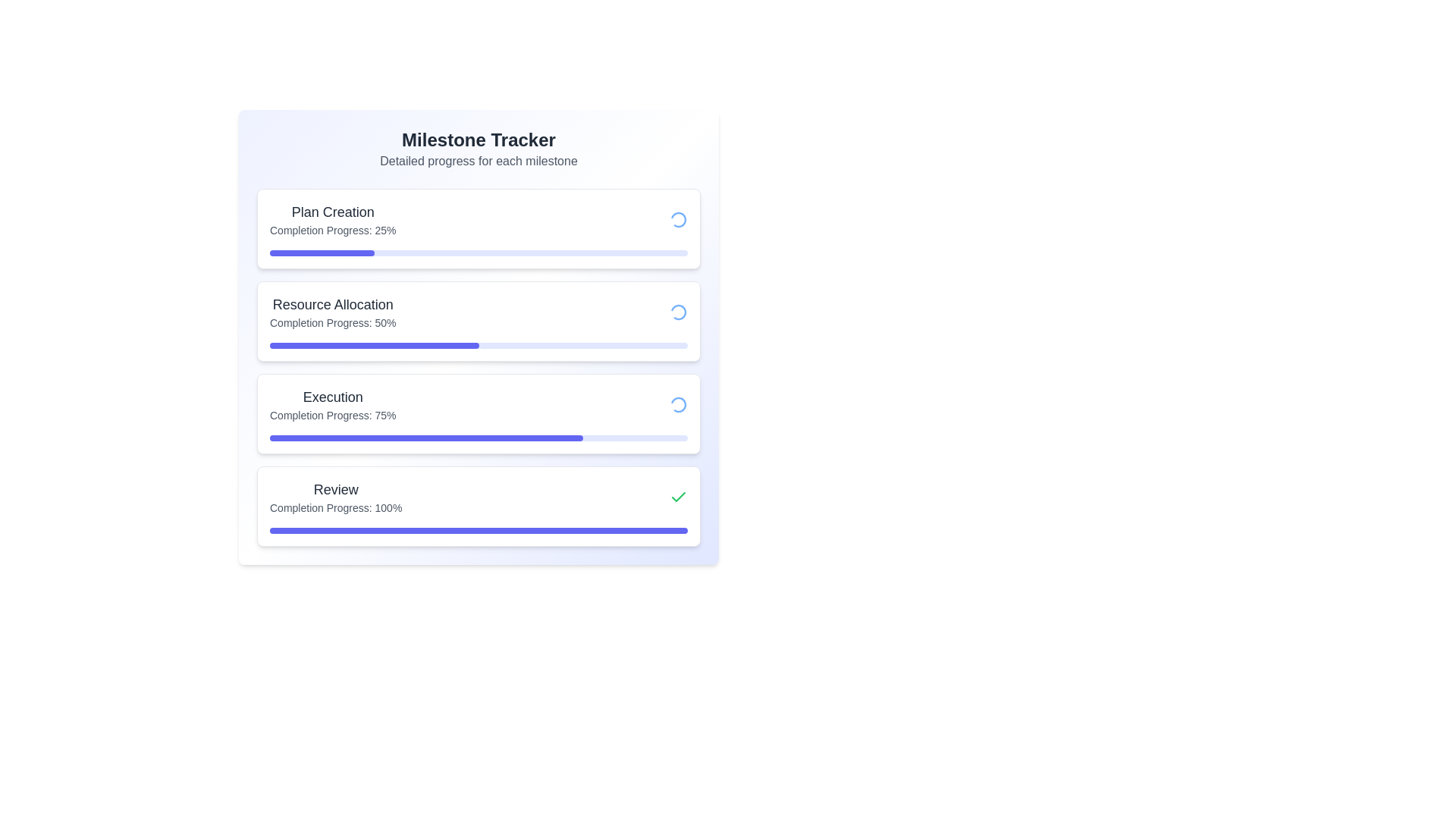 The width and height of the screenshot is (1456, 819). Describe the element at coordinates (677, 403) in the screenshot. I see `the loading spinner, which is a semi-circular progress indicator with a thin blue stroke, located on the right side of the 'Execution' milestone item in the milestone list` at that location.